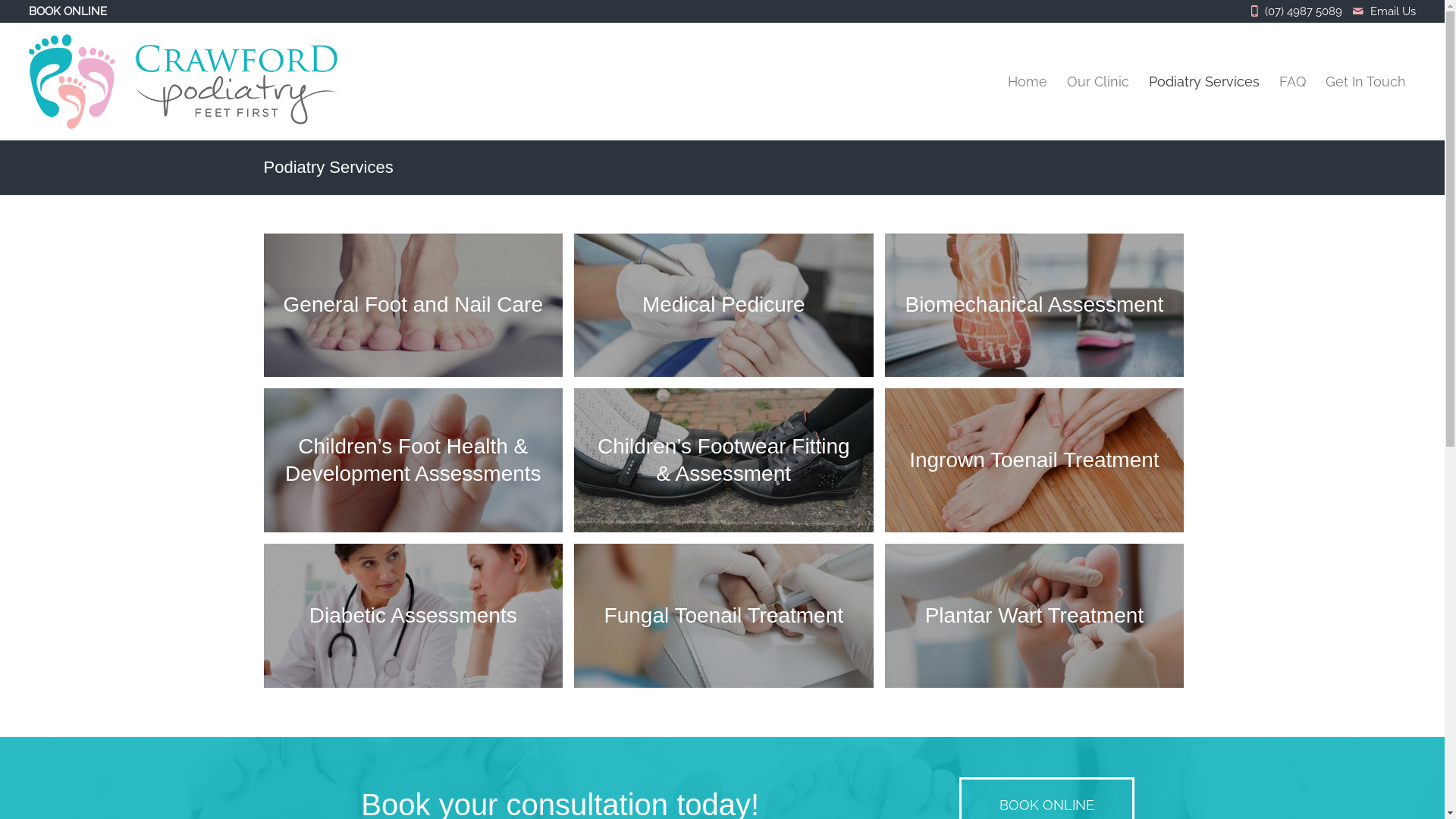 Image resolution: width=1456 pixels, height=819 pixels. What do you see at coordinates (419, 621) in the screenshot?
I see `'Diabetic Assessments'` at bounding box center [419, 621].